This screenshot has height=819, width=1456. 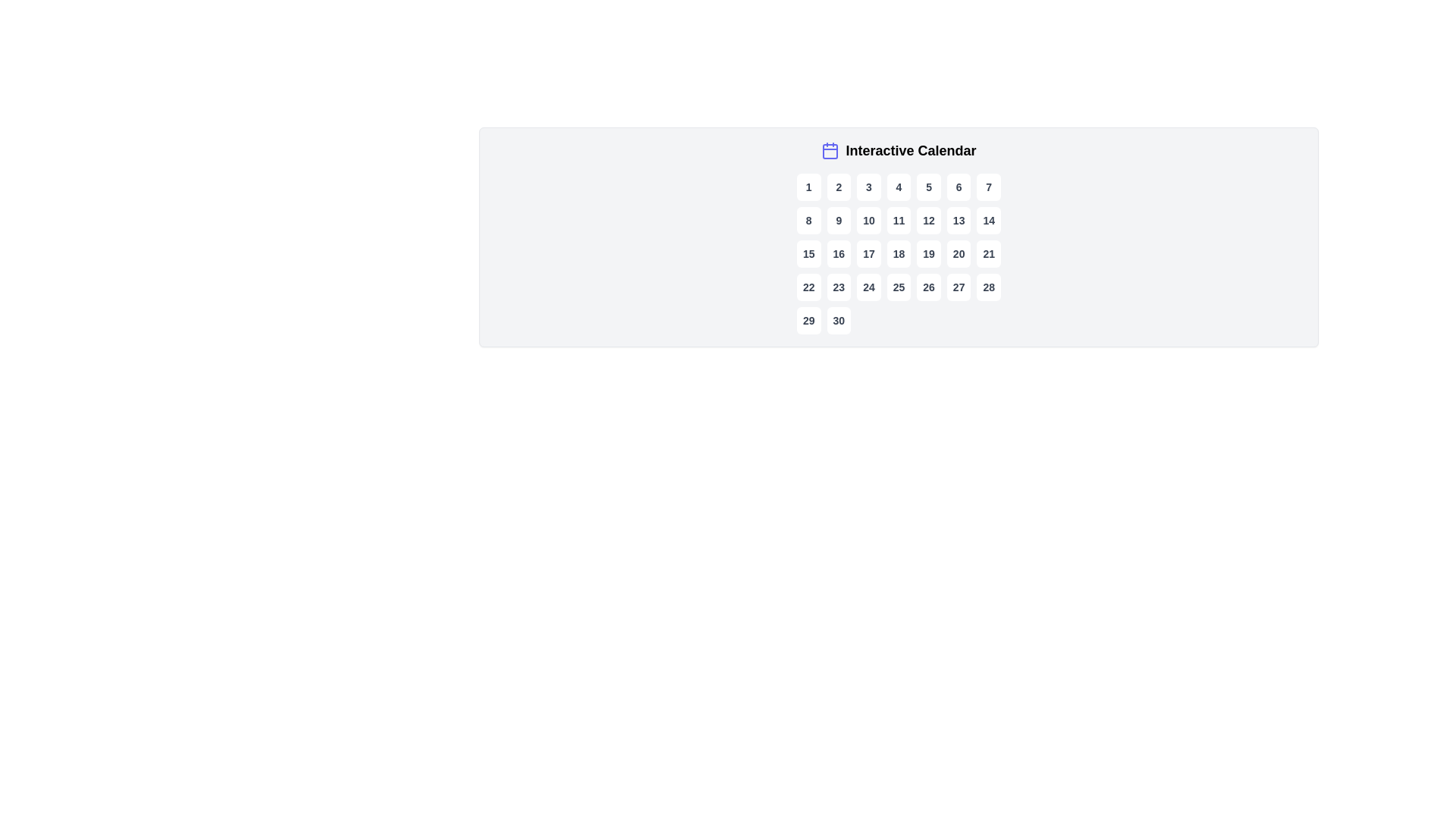 What do you see at coordinates (868, 220) in the screenshot?
I see `the calendar day selector button for the 10th day, located in the second row and third position of the grid layout, adjacent to buttons labeled '9' and '11'` at bounding box center [868, 220].